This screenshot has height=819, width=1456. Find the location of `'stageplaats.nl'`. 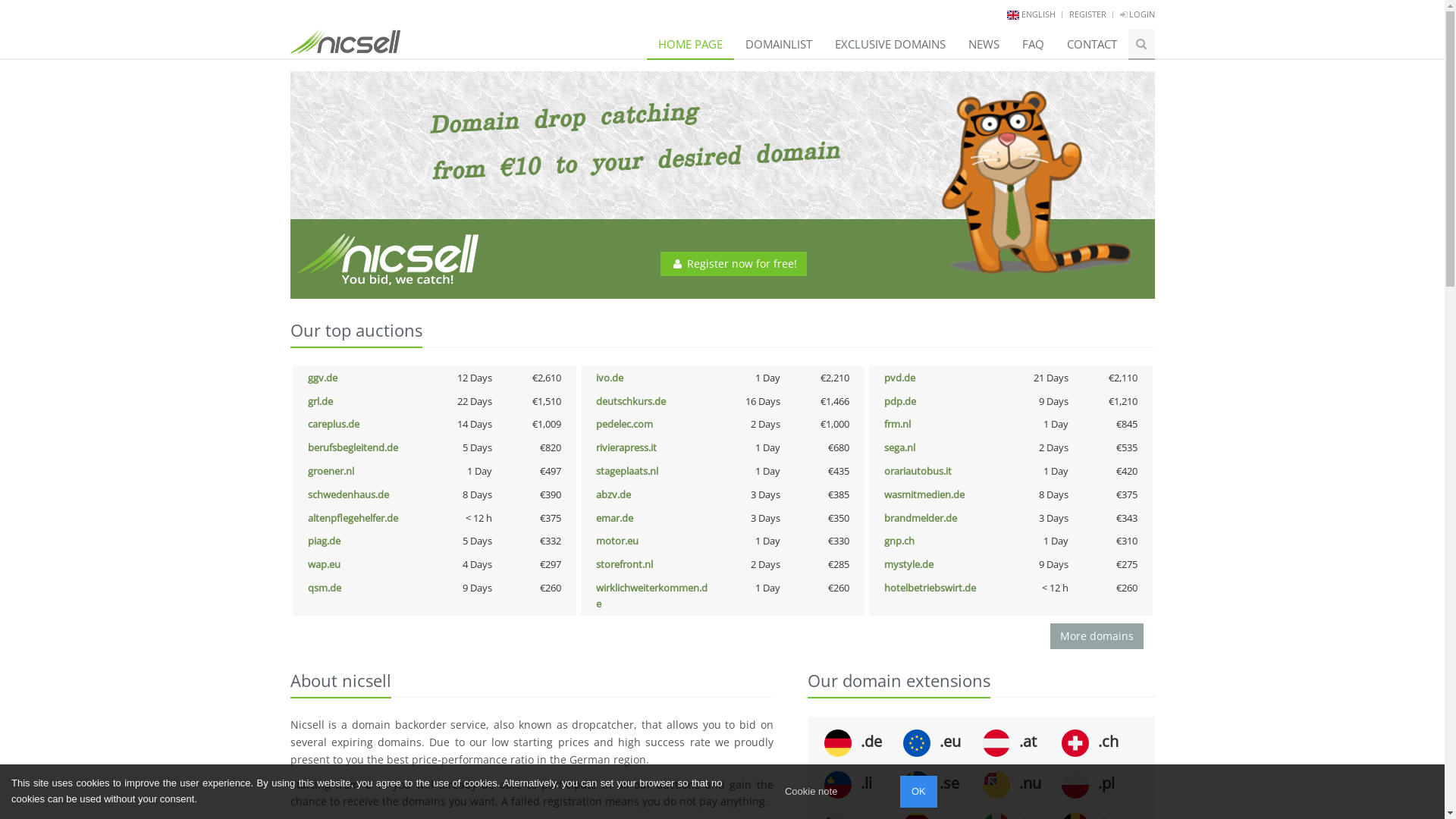

'stageplaats.nl' is located at coordinates (626, 470).